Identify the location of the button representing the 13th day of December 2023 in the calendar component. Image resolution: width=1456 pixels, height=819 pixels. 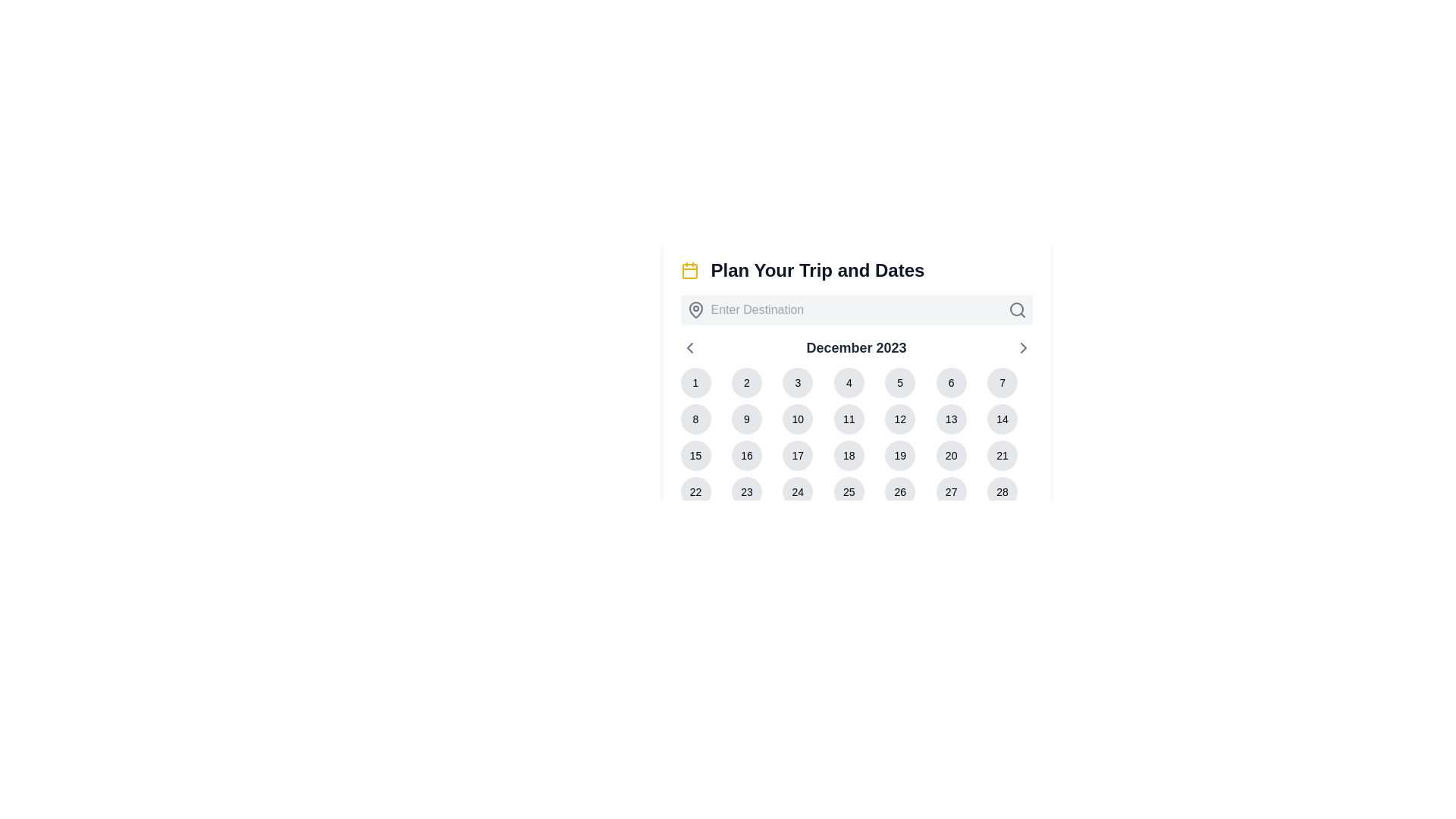
(950, 419).